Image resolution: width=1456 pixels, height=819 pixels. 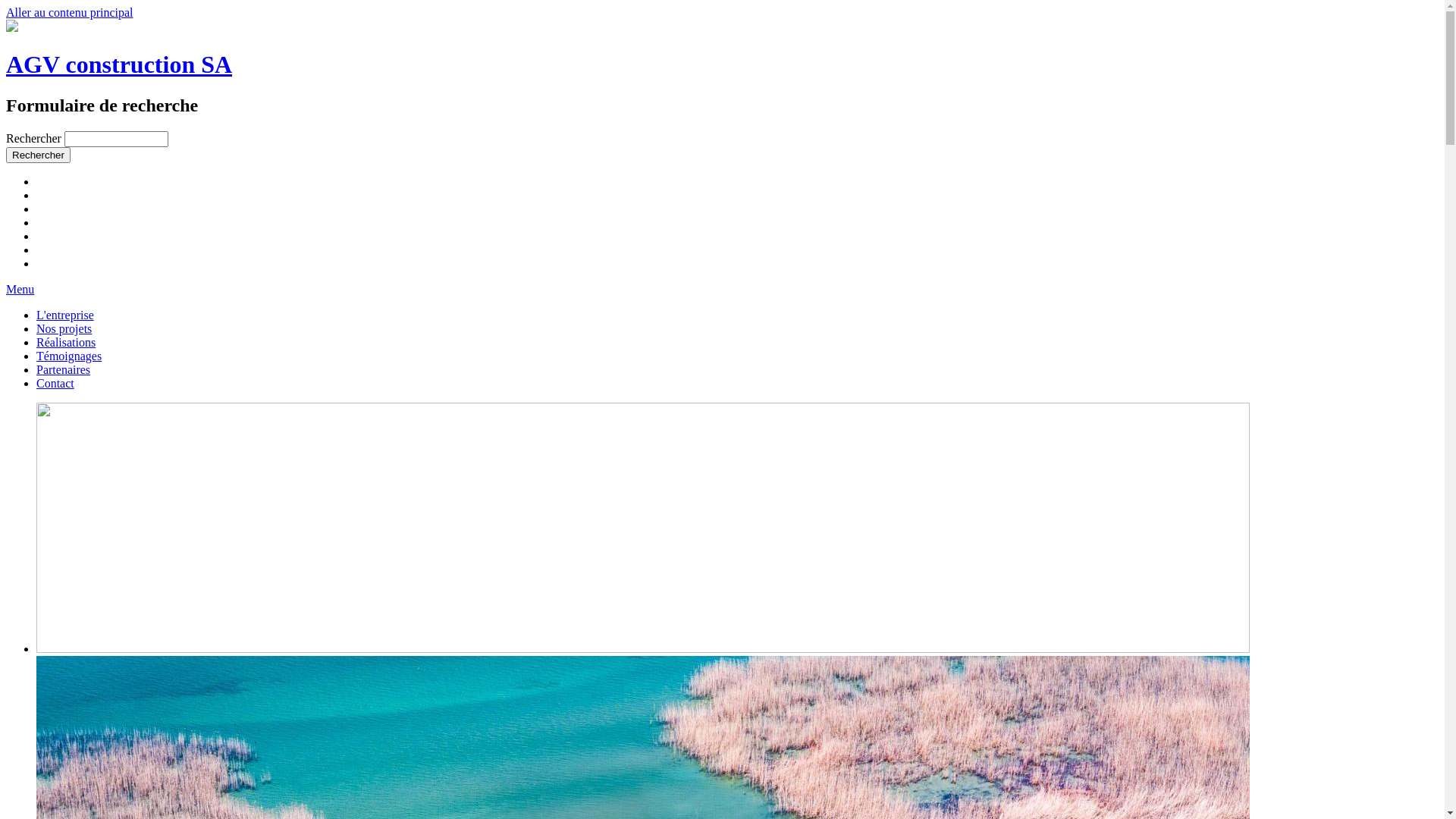 What do you see at coordinates (63, 328) in the screenshot?
I see `'Nos projets'` at bounding box center [63, 328].